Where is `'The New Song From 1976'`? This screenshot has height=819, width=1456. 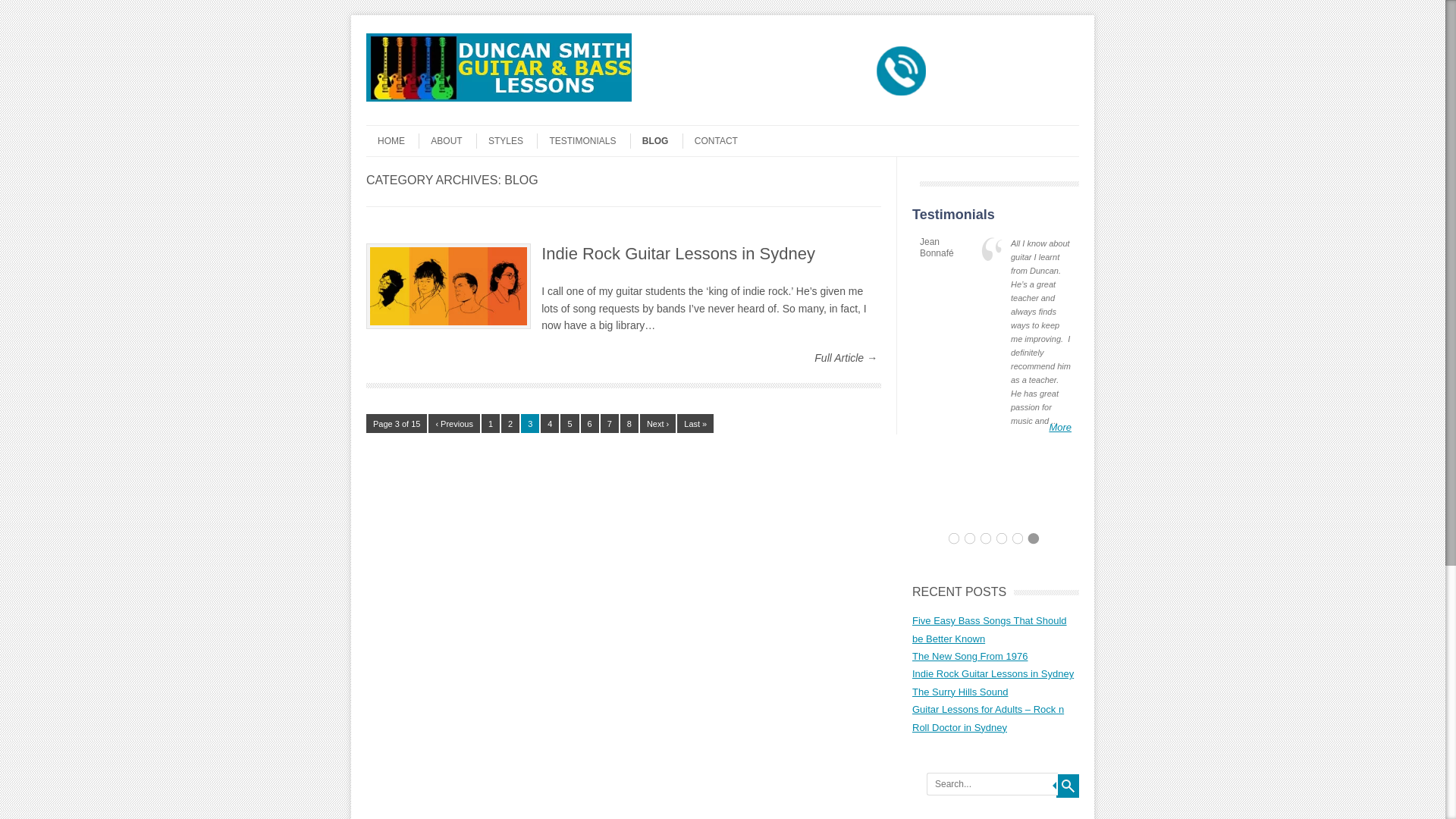 'The New Song From 1976' is located at coordinates (968, 655).